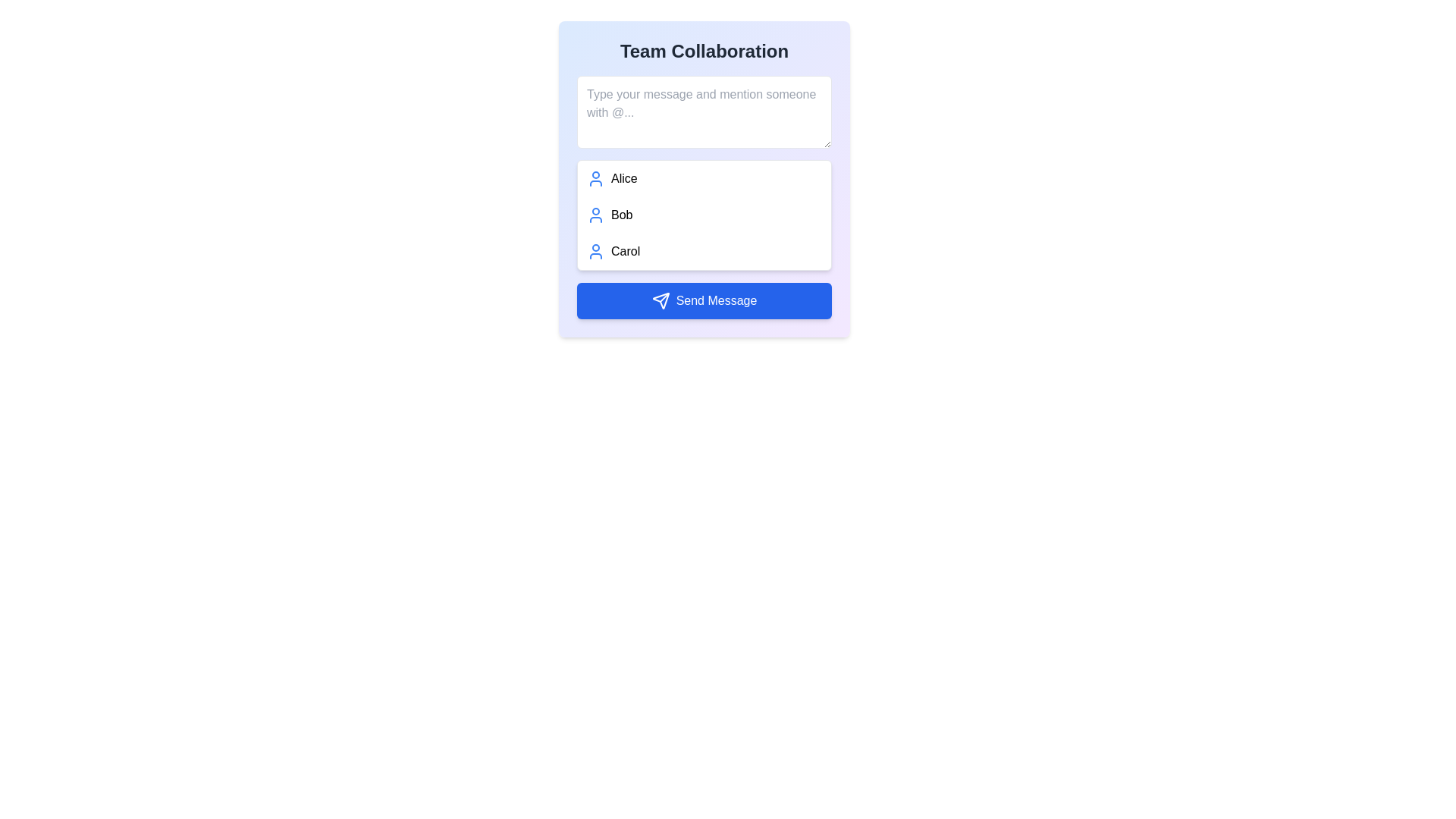 This screenshot has height=819, width=1456. I want to click on the 'Send Message' button, so click(661, 301).